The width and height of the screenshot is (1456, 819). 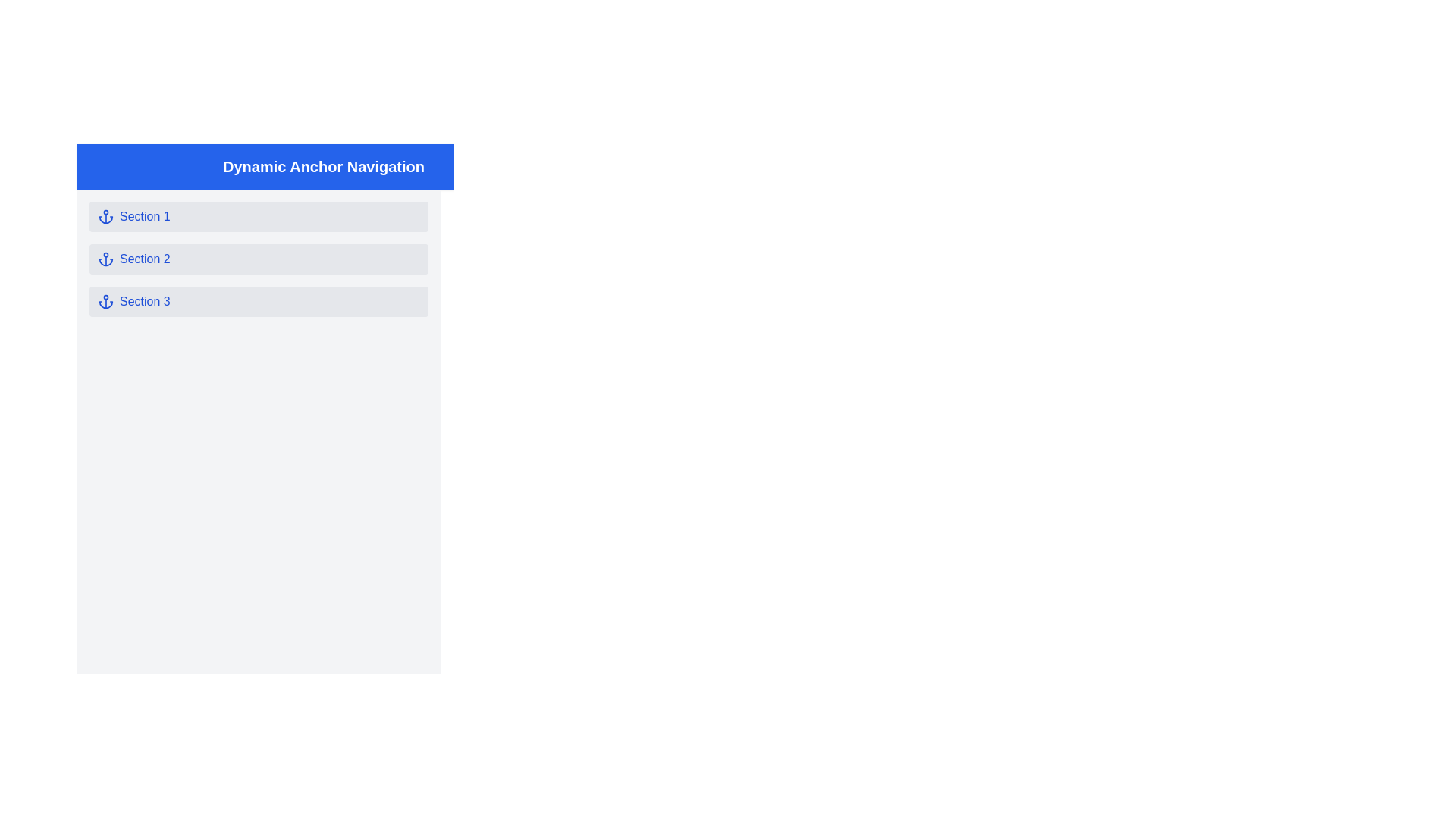 I want to click on the blue anchor icon in the navigation menu, so click(x=105, y=259).